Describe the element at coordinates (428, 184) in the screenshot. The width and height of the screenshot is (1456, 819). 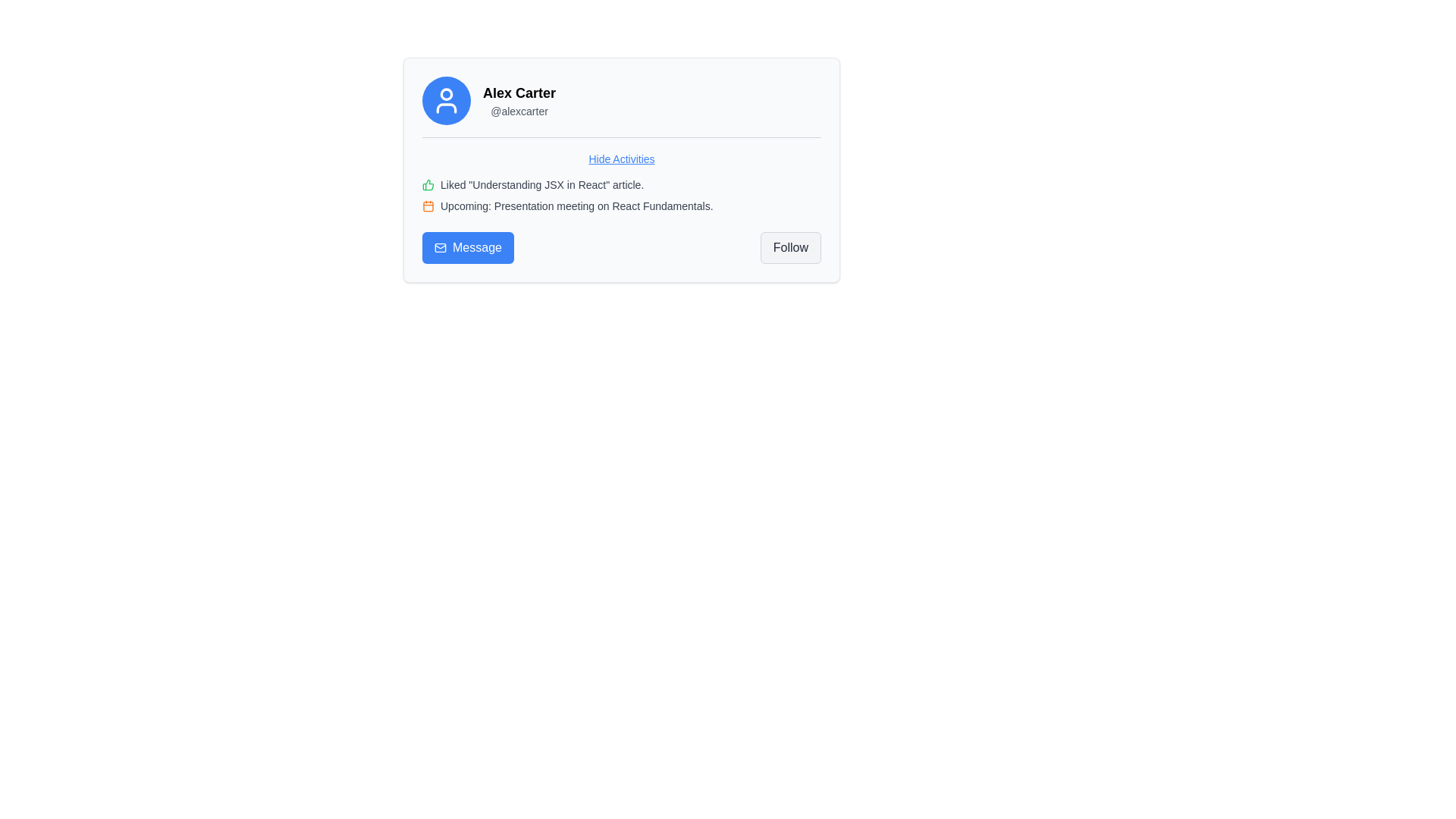
I see `the green thumbs-up icon indicating approval, located in the first entry of the activity log section, adjacent to the text 'Liked "Understanding JSX in React" article.'` at that location.